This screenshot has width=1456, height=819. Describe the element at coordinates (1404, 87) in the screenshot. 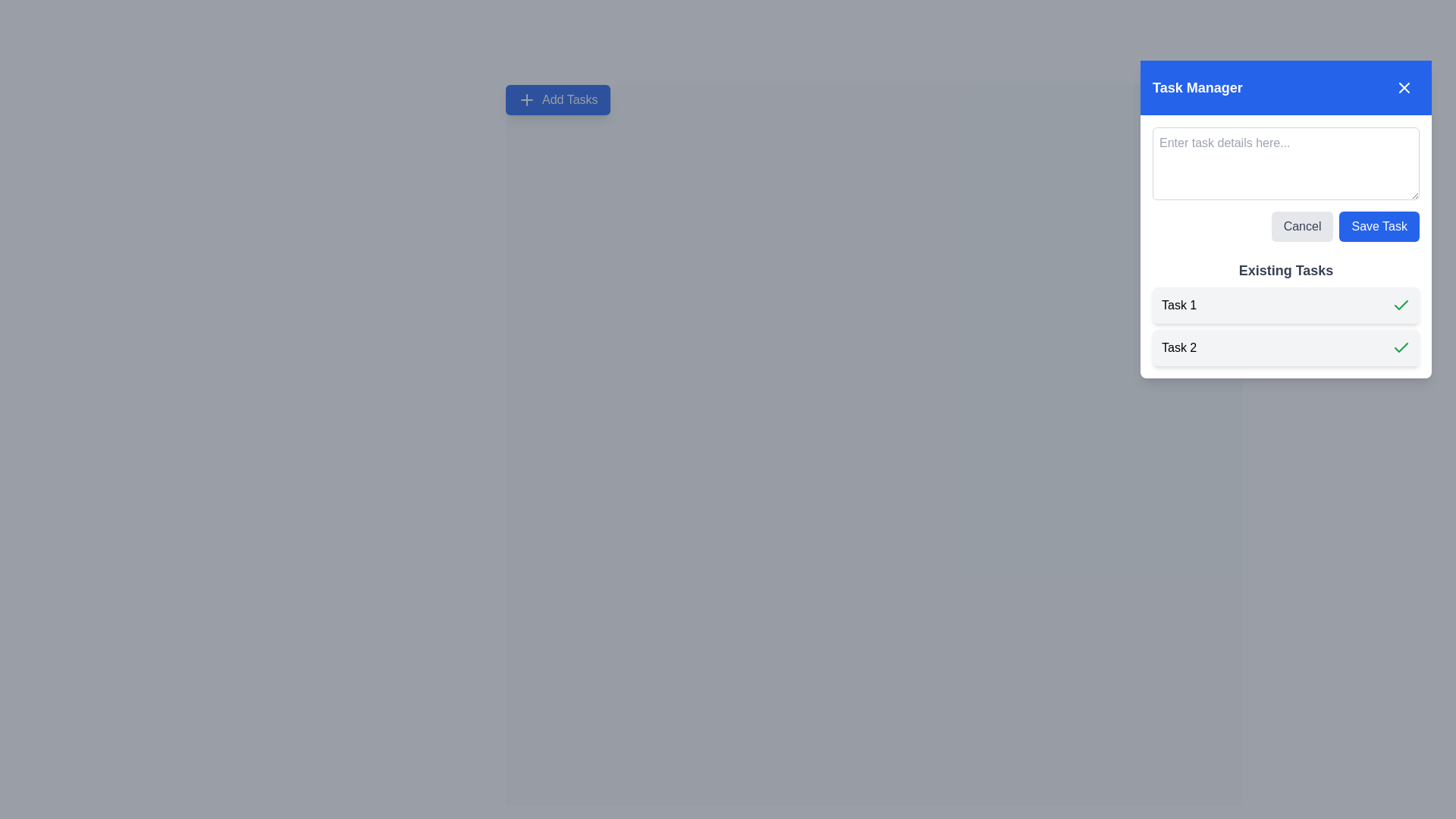

I see `the diagonal line element of the 'X' icon located in the top-right corner of the 'Task Manager' panel` at that location.